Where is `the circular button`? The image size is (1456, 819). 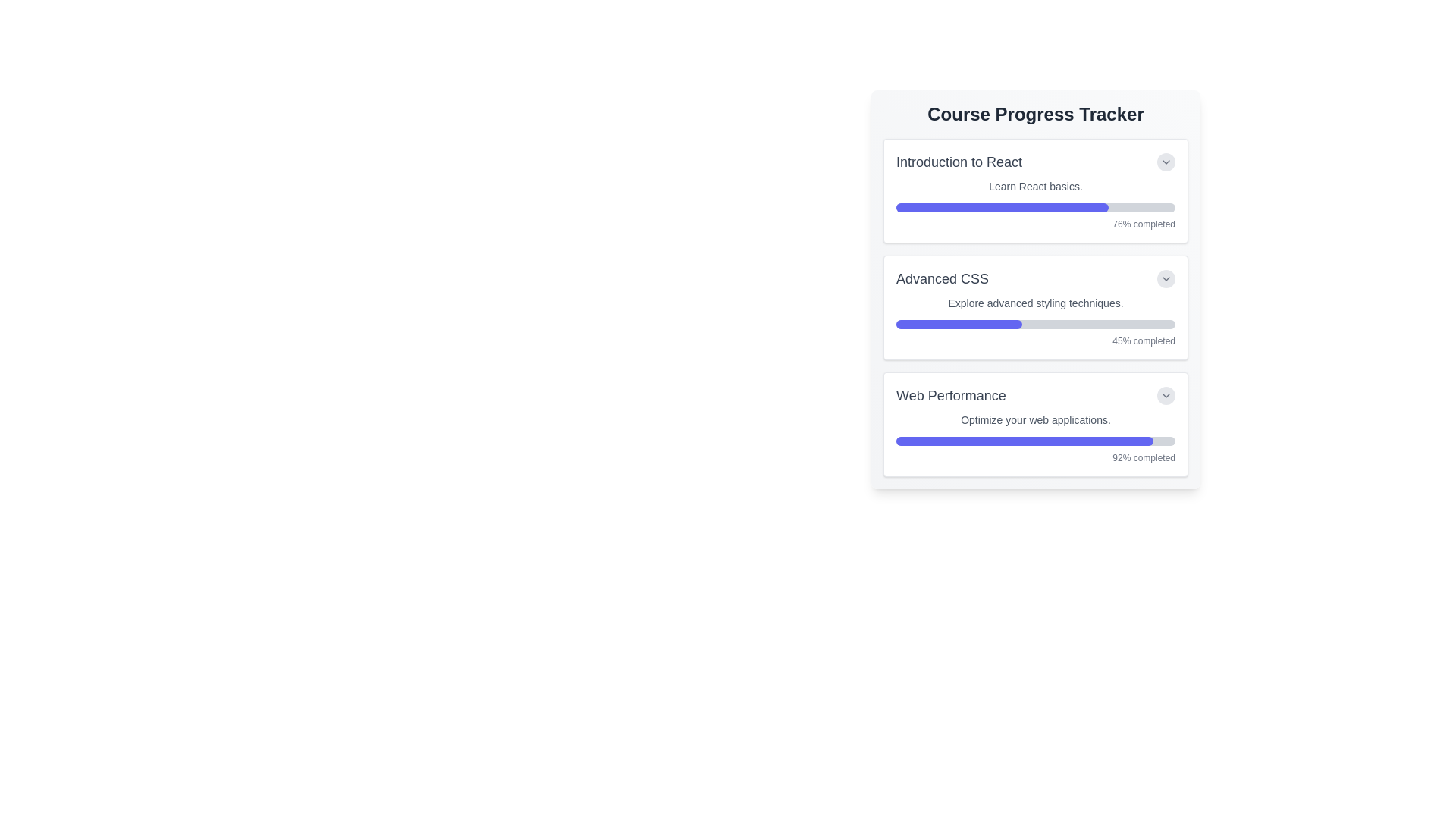 the circular button is located at coordinates (1165, 278).